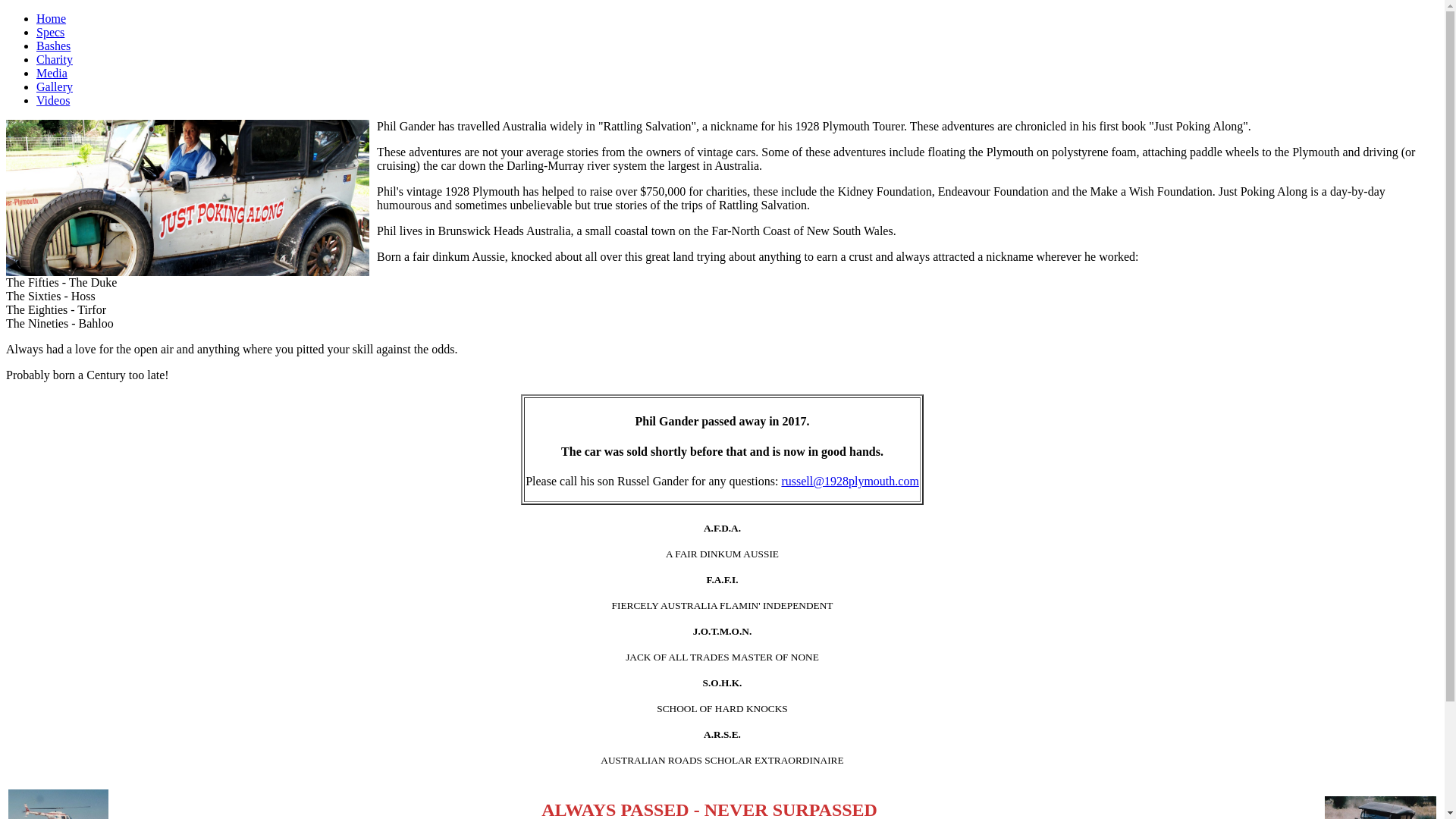  Describe the element at coordinates (55, 86) in the screenshot. I see `'Gallery'` at that location.